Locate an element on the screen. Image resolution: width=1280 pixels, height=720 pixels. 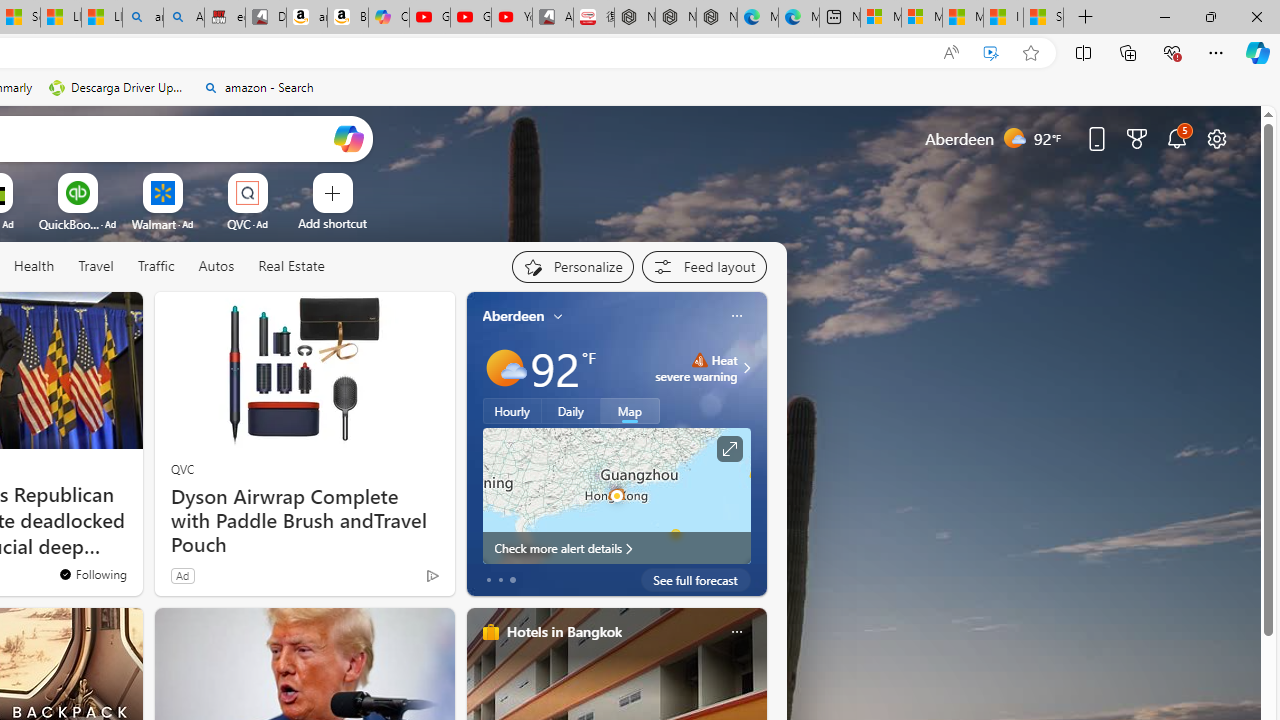
'Click to see more information' is located at coordinates (727, 448).